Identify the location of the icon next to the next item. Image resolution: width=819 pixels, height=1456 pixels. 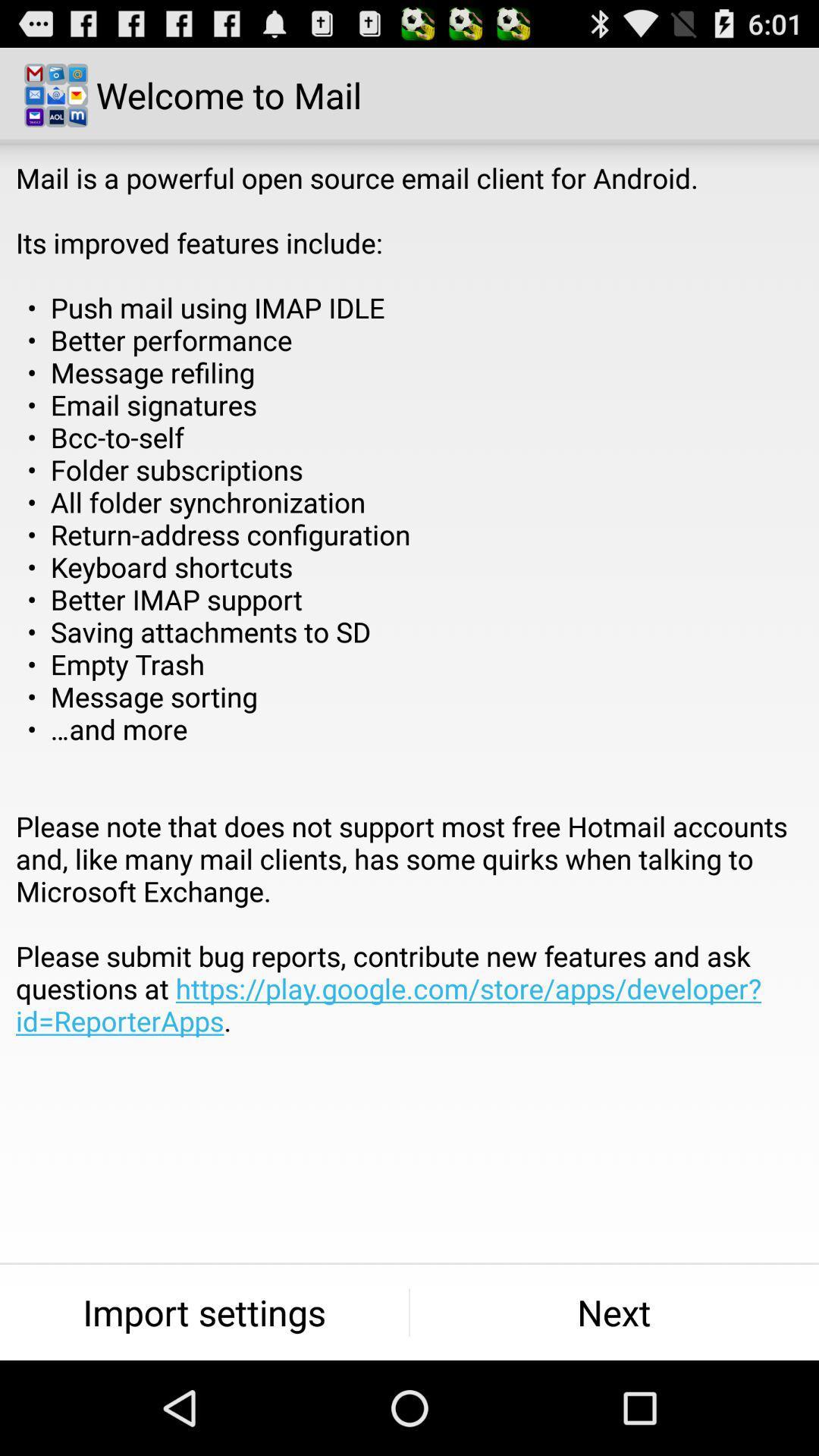
(203, 1312).